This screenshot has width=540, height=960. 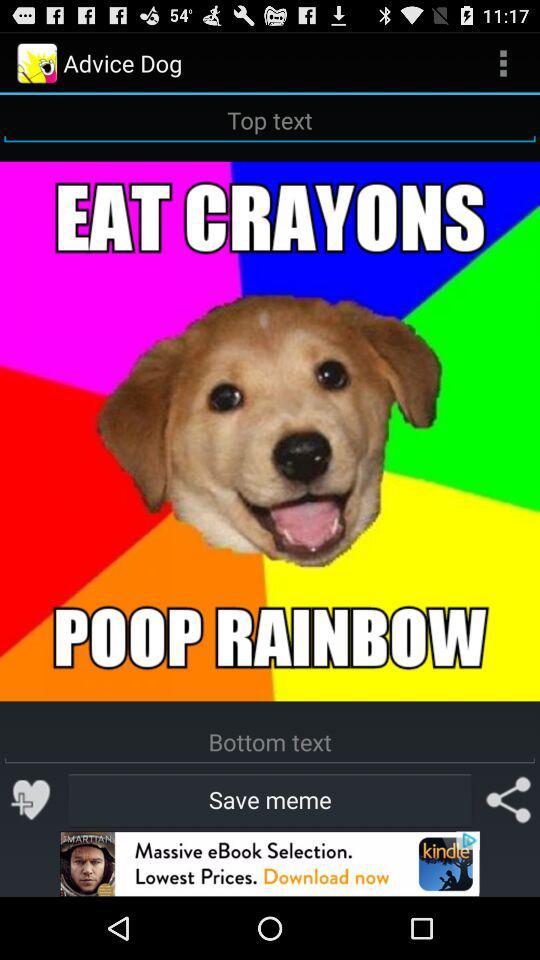 I want to click on advertisement, so click(x=270, y=863).